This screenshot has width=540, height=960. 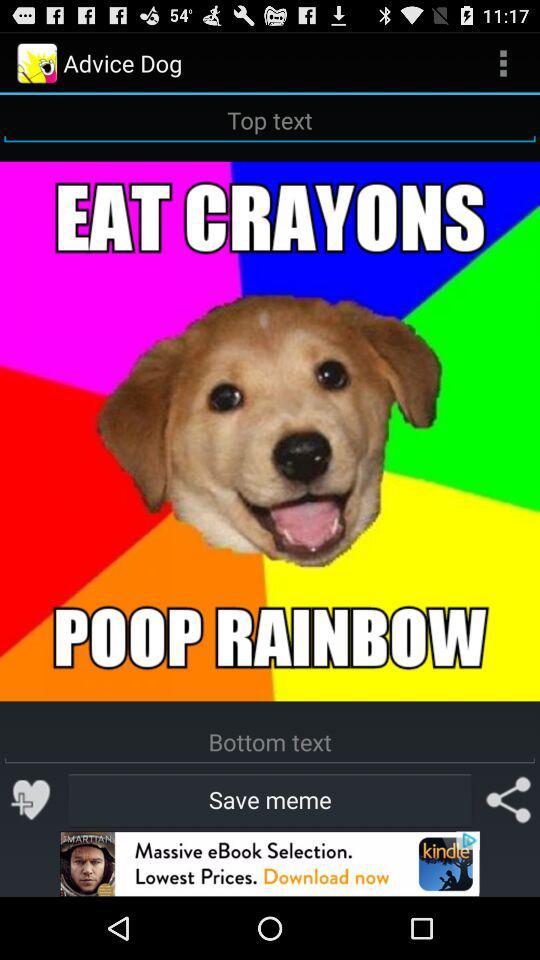 I want to click on advertisement, so click(x=270, y=863).